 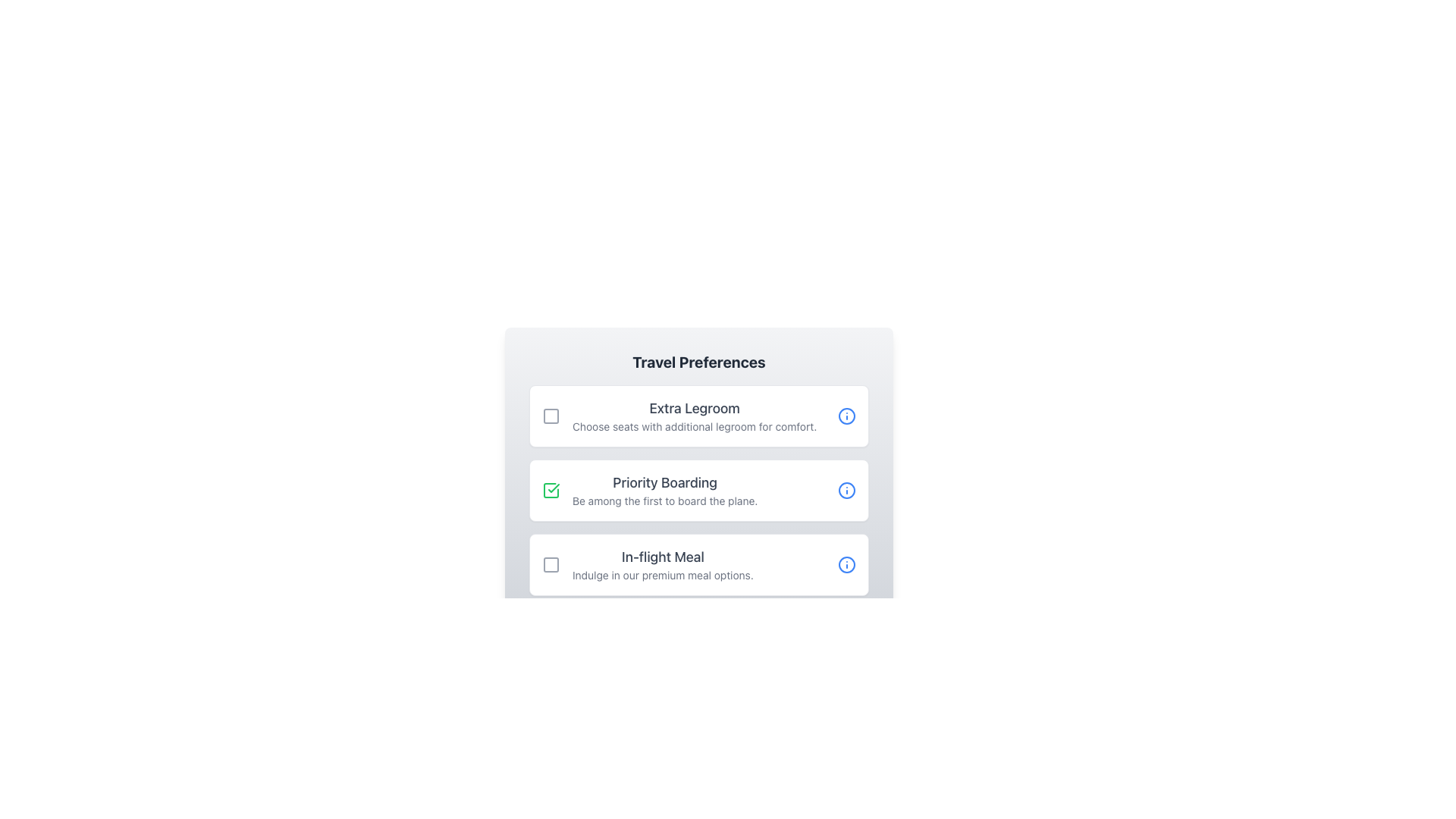 What do you see at coordinates (694, 408) in the screenshot?
I see `the Text Label indicating the option for selecting seats with extra legroom in the 'Travel Preferences' section` at bounding box center [694, 408].